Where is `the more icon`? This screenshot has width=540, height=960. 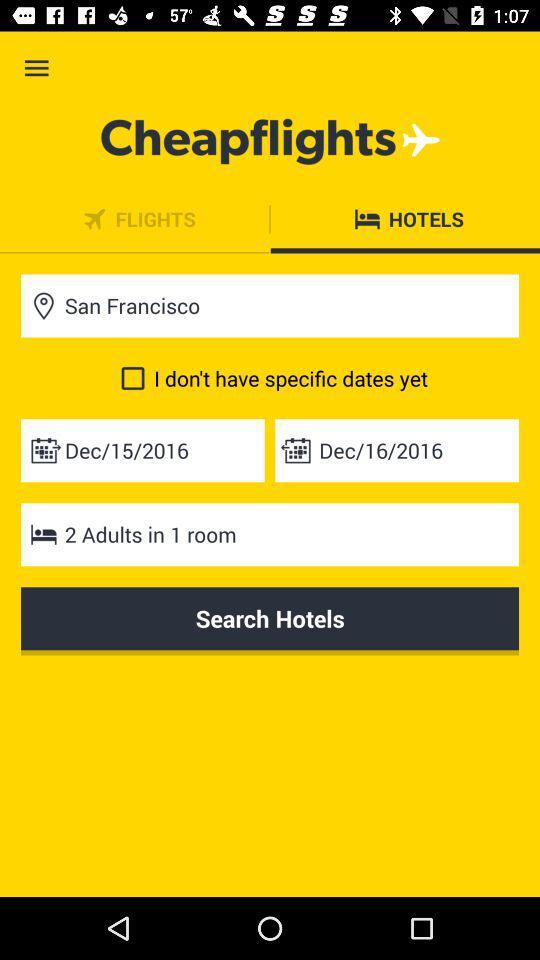 the more icon is located at coordinates (134, 219).